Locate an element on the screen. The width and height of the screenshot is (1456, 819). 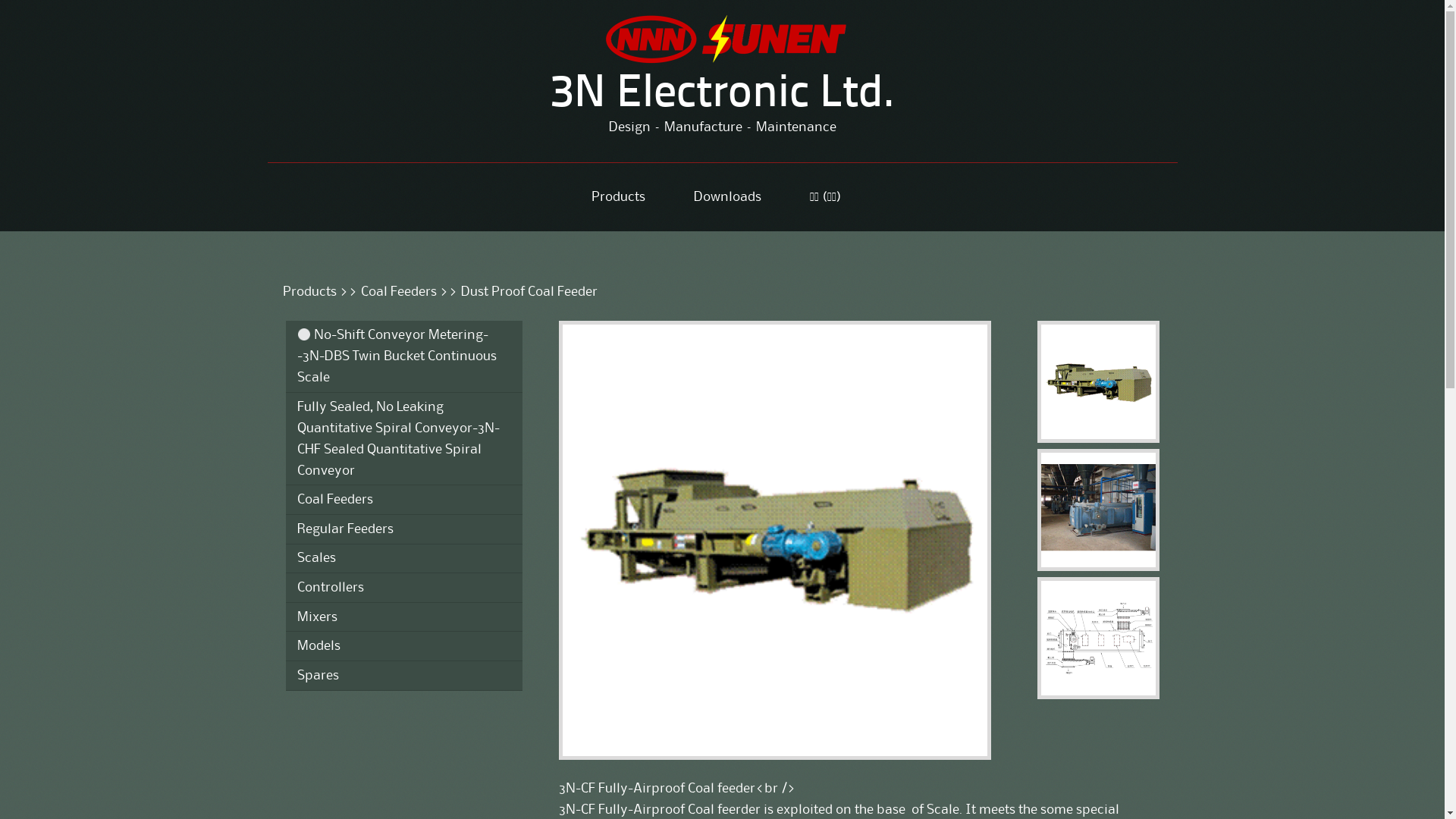
'Models' is located at coordinates (403, 646).